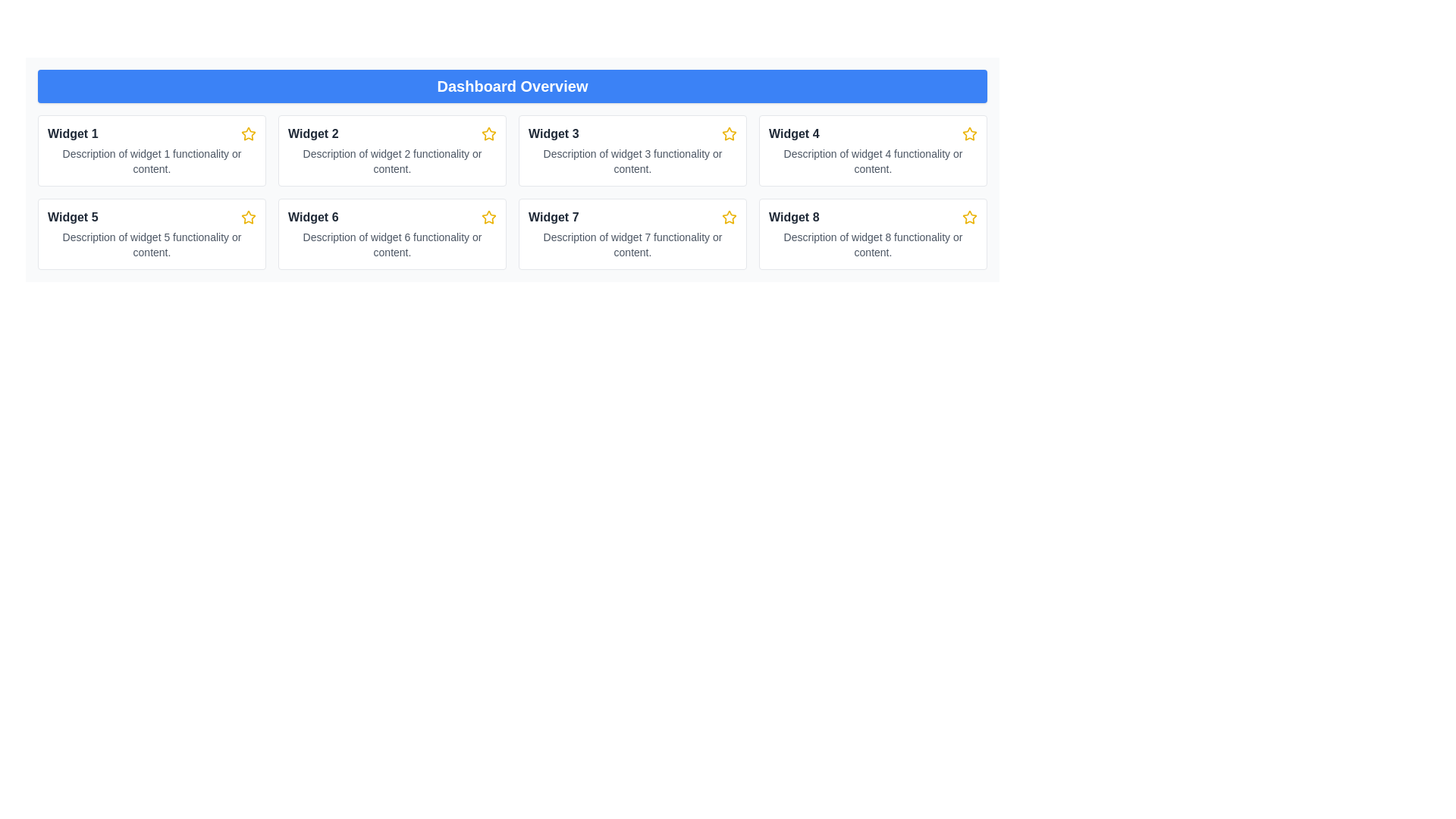 This screenshot has width=1456, height=819. Describe the element at coordinates (488, 133) in the screenshot. I see `the star-shaped graphic icon with a yellow border located next to the 'Widget 2' label` at that location.